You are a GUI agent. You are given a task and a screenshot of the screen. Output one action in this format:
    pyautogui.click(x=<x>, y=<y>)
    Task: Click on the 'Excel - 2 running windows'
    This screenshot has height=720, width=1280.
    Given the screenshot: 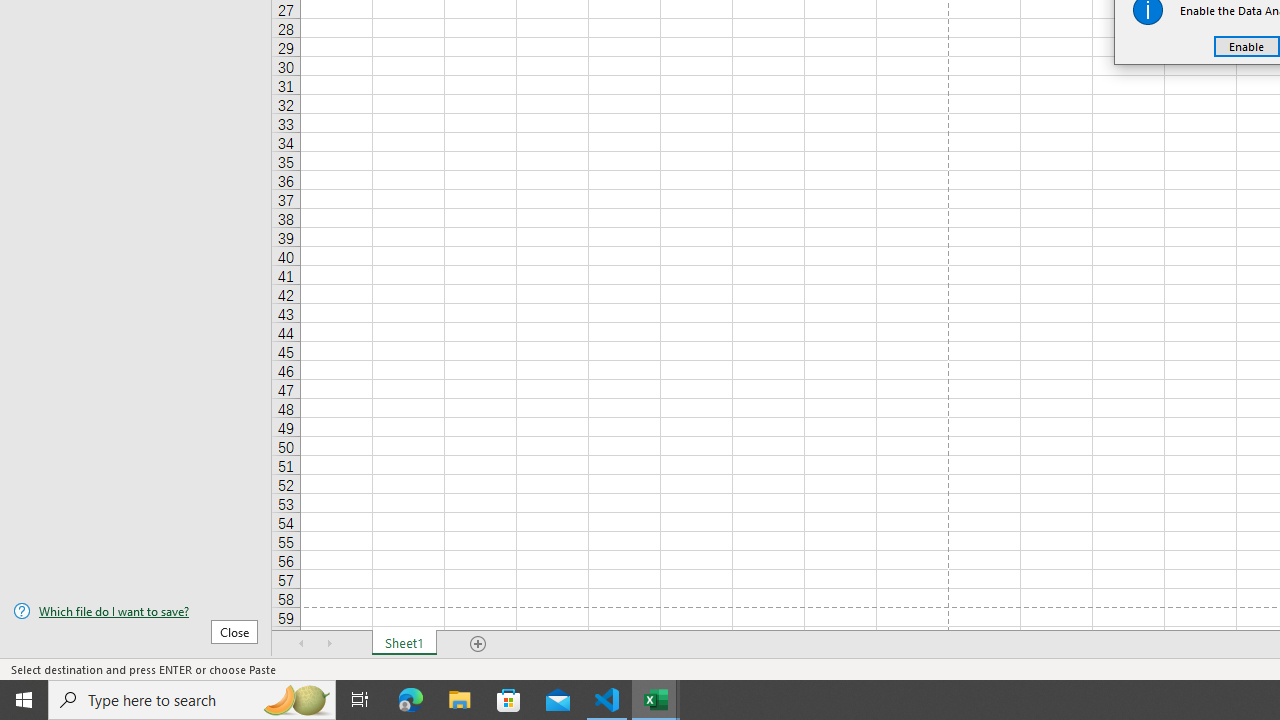 What is the action you would take?
    pyautogui.click(x=656, y=698)
    